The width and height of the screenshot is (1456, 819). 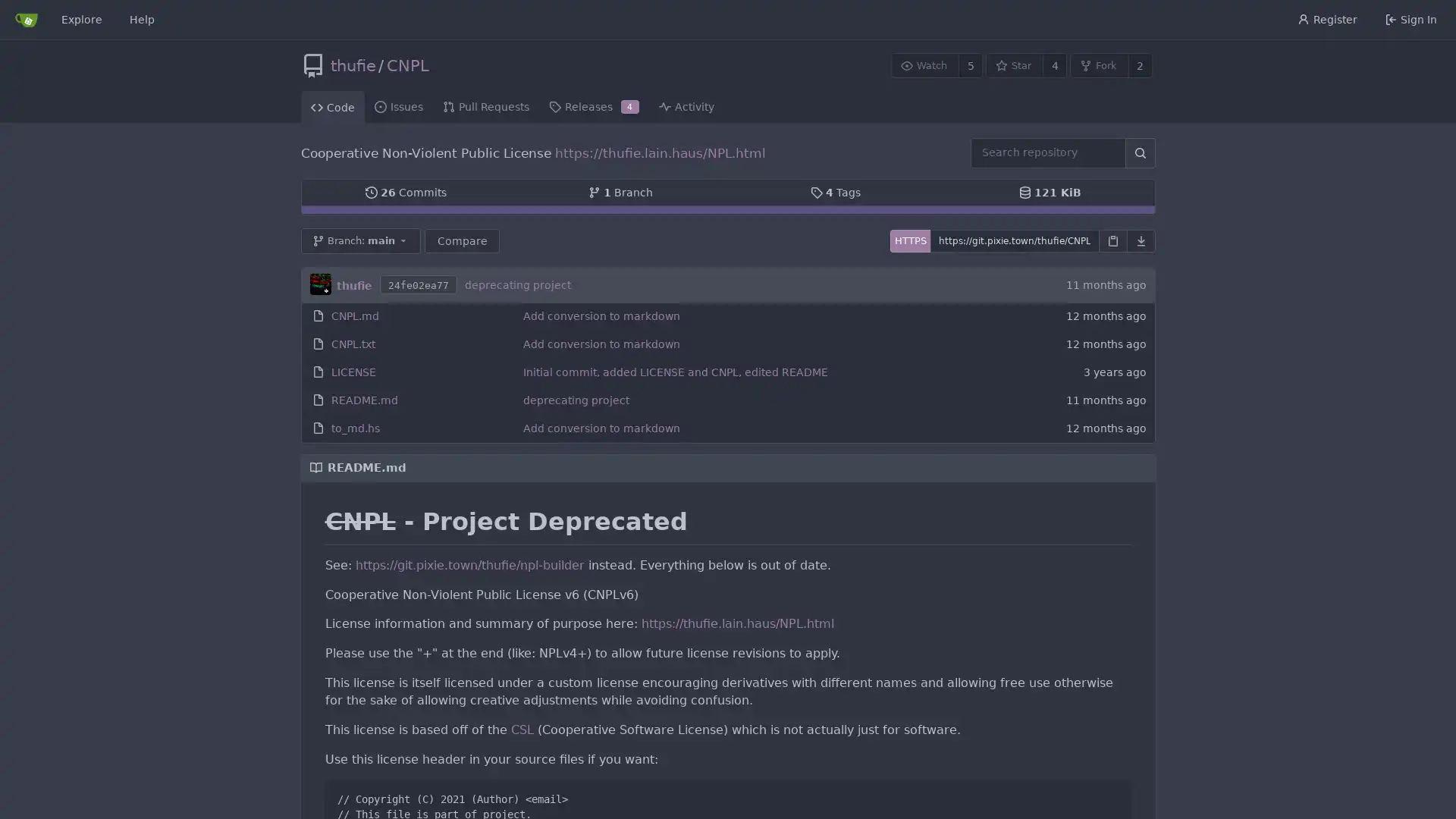 I want to click on HTTPS, so click(x=909, y=239).